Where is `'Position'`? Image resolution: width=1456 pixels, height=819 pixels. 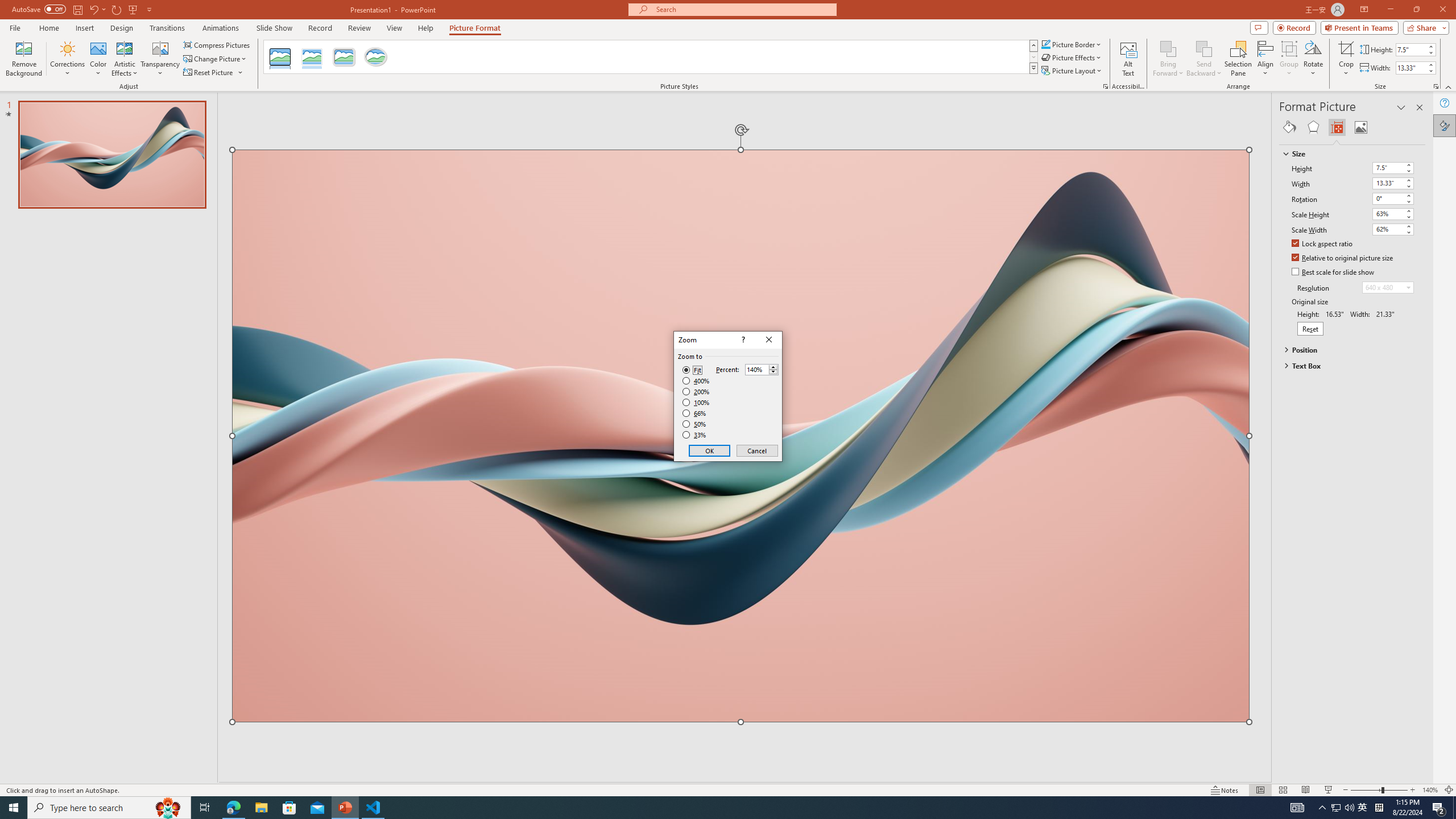 'Position' is located at coordinates (1347, 349).